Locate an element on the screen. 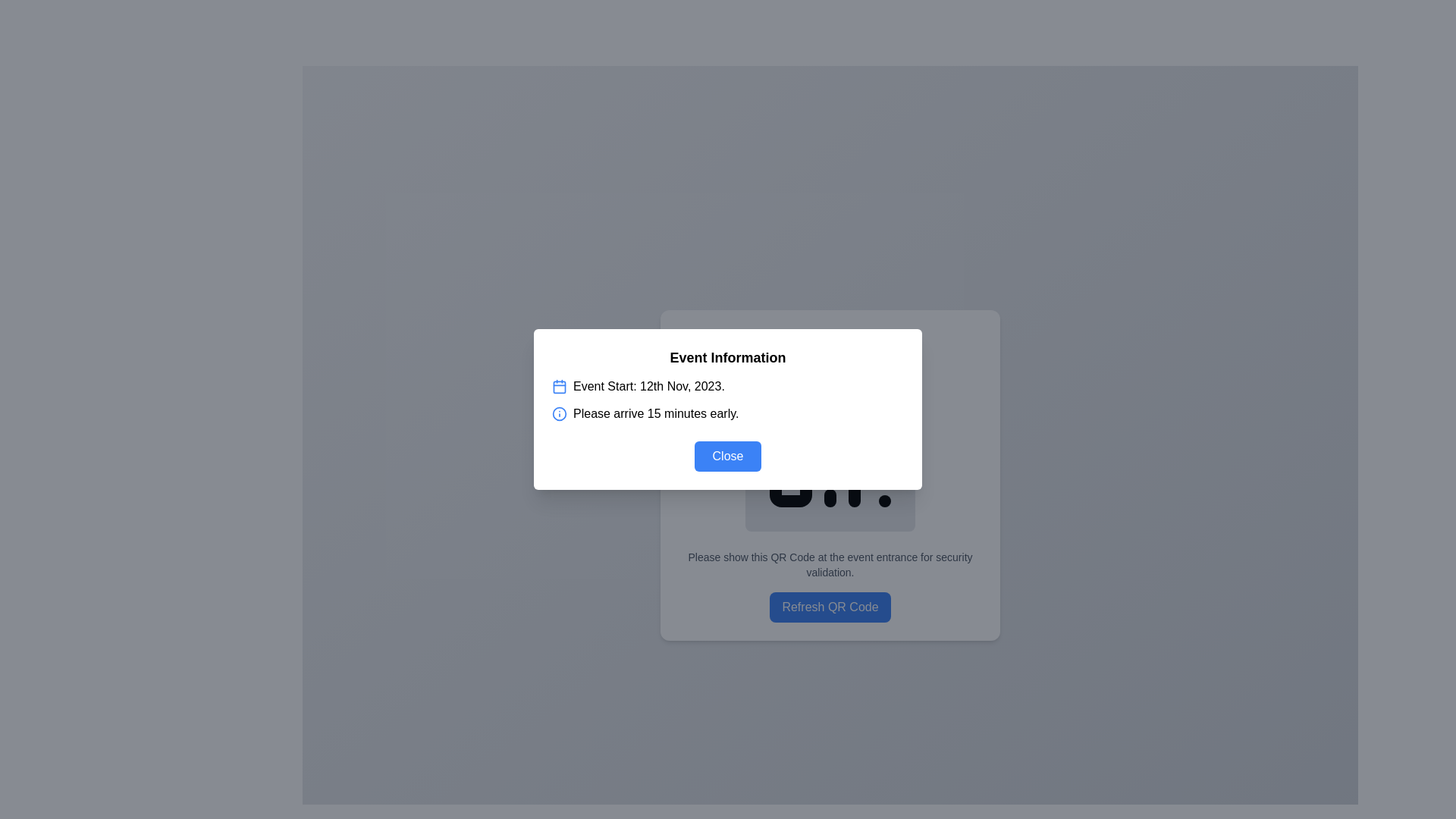  the text element reading 'Please arrive 15 minutes early.' which is positioned below the 'Event Start: 12th Nov, 2023.' text and above the 'Close' button is located at coordinates (656, 414).